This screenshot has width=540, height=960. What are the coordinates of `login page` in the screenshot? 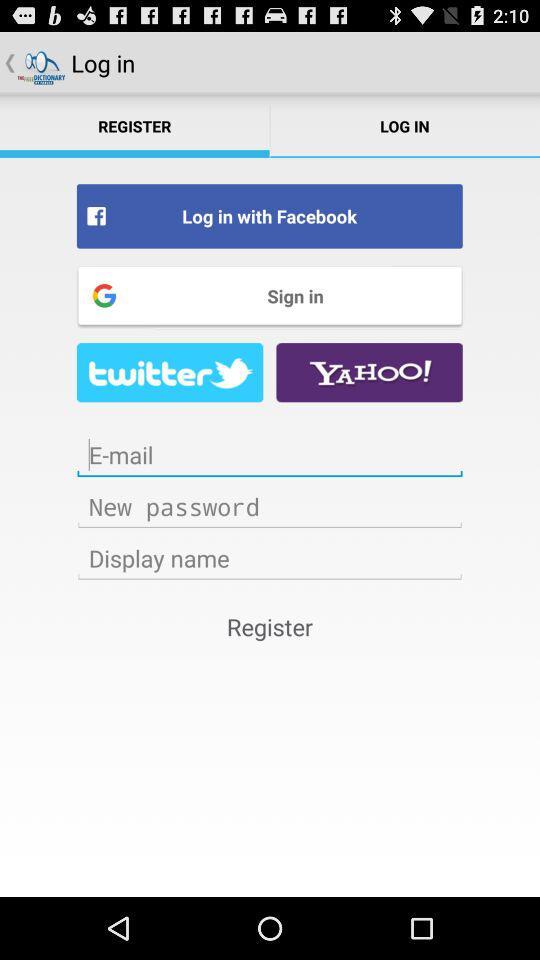 It's located at (270, 558).